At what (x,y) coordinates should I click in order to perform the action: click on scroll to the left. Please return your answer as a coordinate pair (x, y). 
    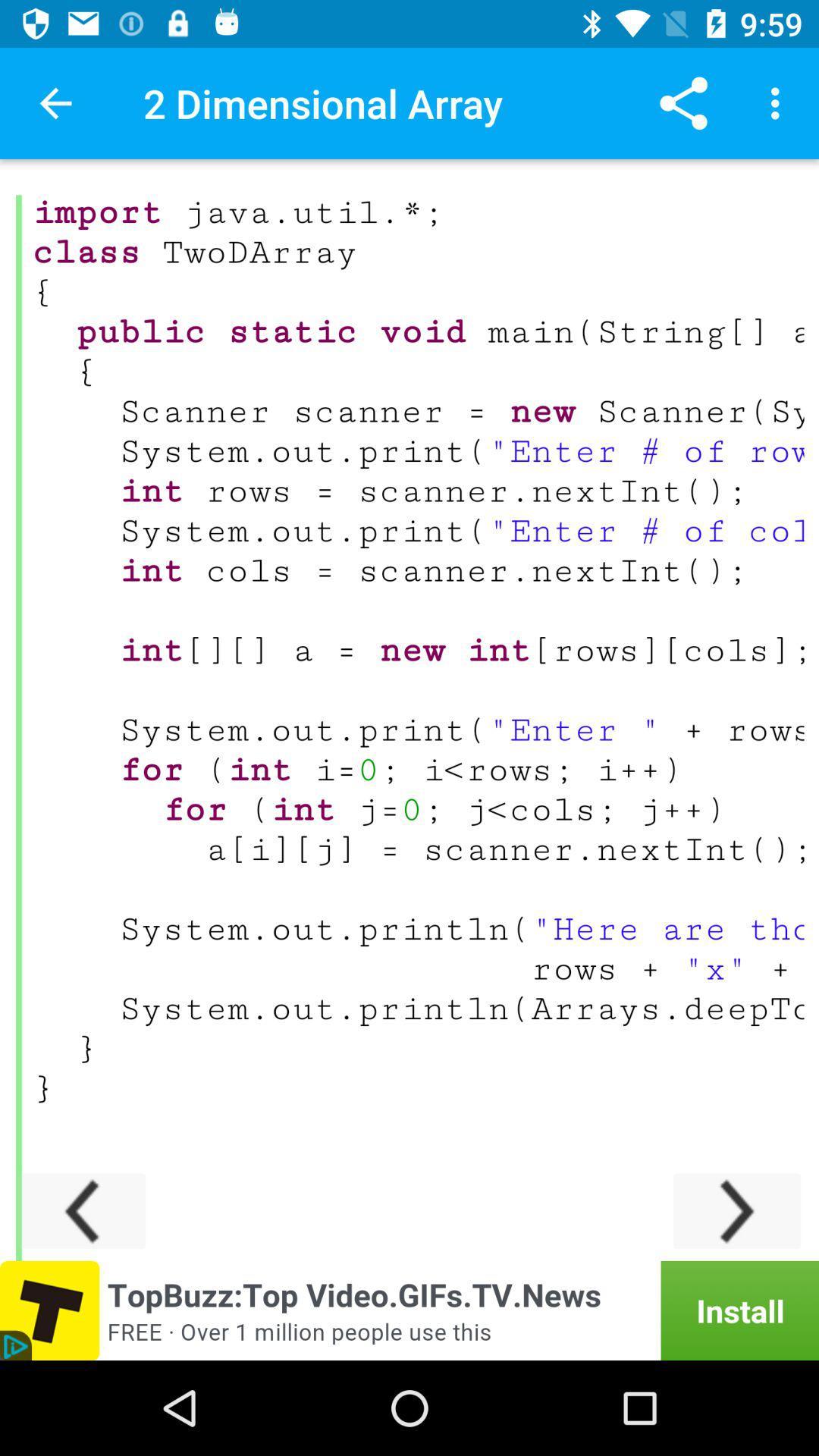
    Looking at the image, I should click on (82, 1210).